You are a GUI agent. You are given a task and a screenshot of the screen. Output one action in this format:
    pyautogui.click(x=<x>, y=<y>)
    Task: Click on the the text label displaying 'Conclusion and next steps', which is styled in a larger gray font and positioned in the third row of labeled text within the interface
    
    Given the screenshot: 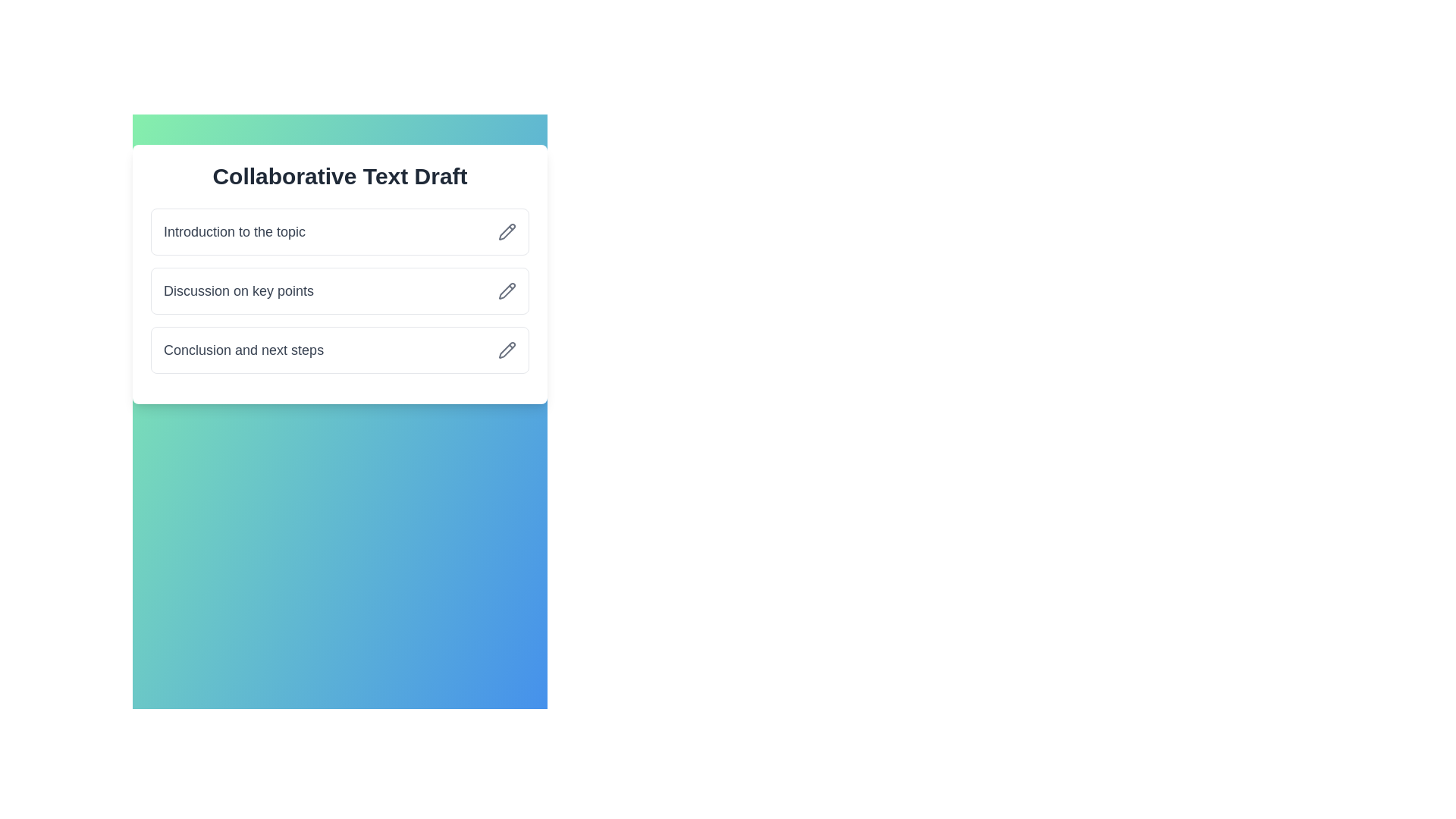 What is the action you would take?
    pyautogui.click(x=243, y=350)
    